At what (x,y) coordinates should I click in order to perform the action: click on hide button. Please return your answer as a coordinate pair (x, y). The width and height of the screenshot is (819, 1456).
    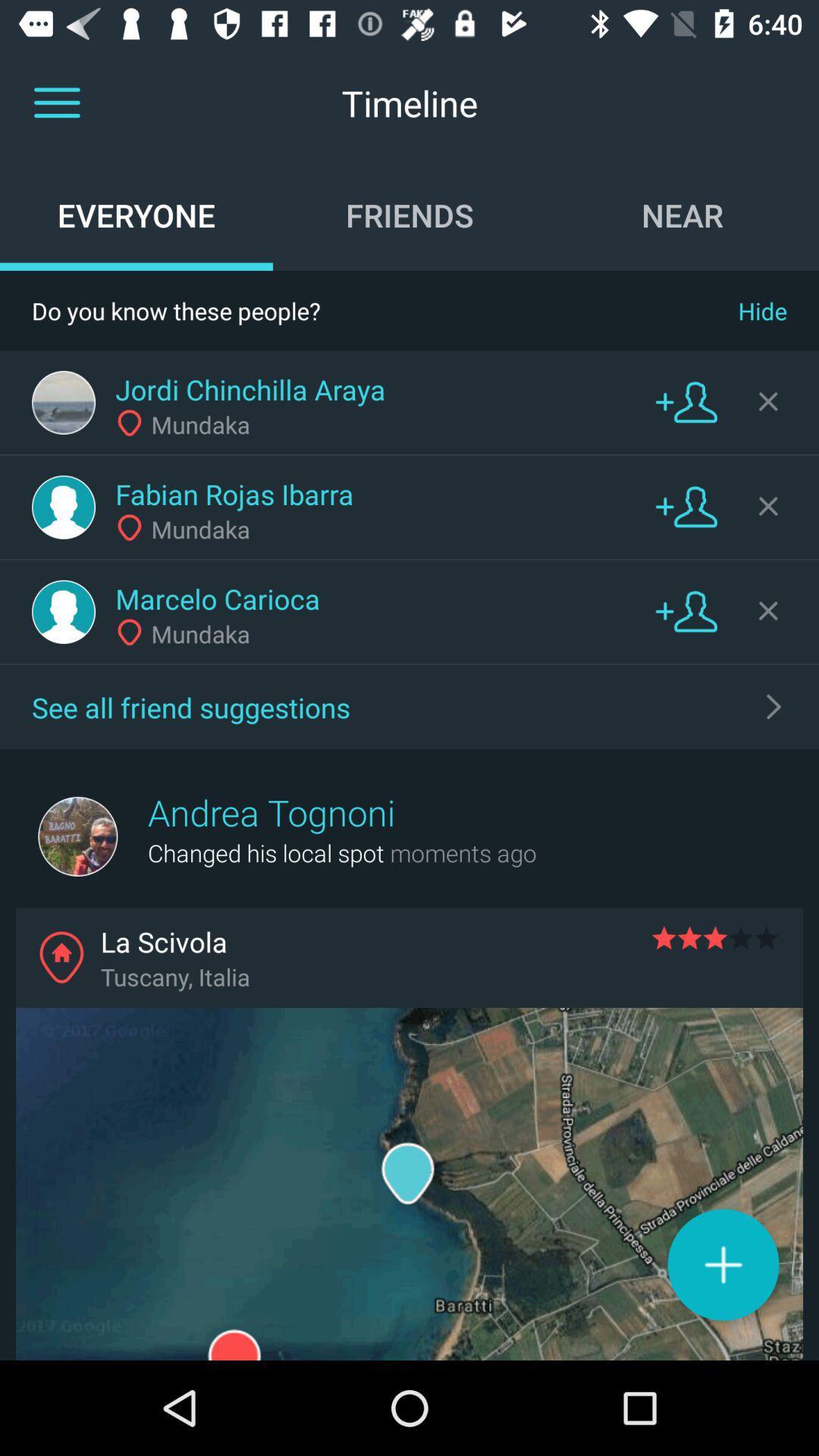
    Looking at the image, I should click on (768, 401).